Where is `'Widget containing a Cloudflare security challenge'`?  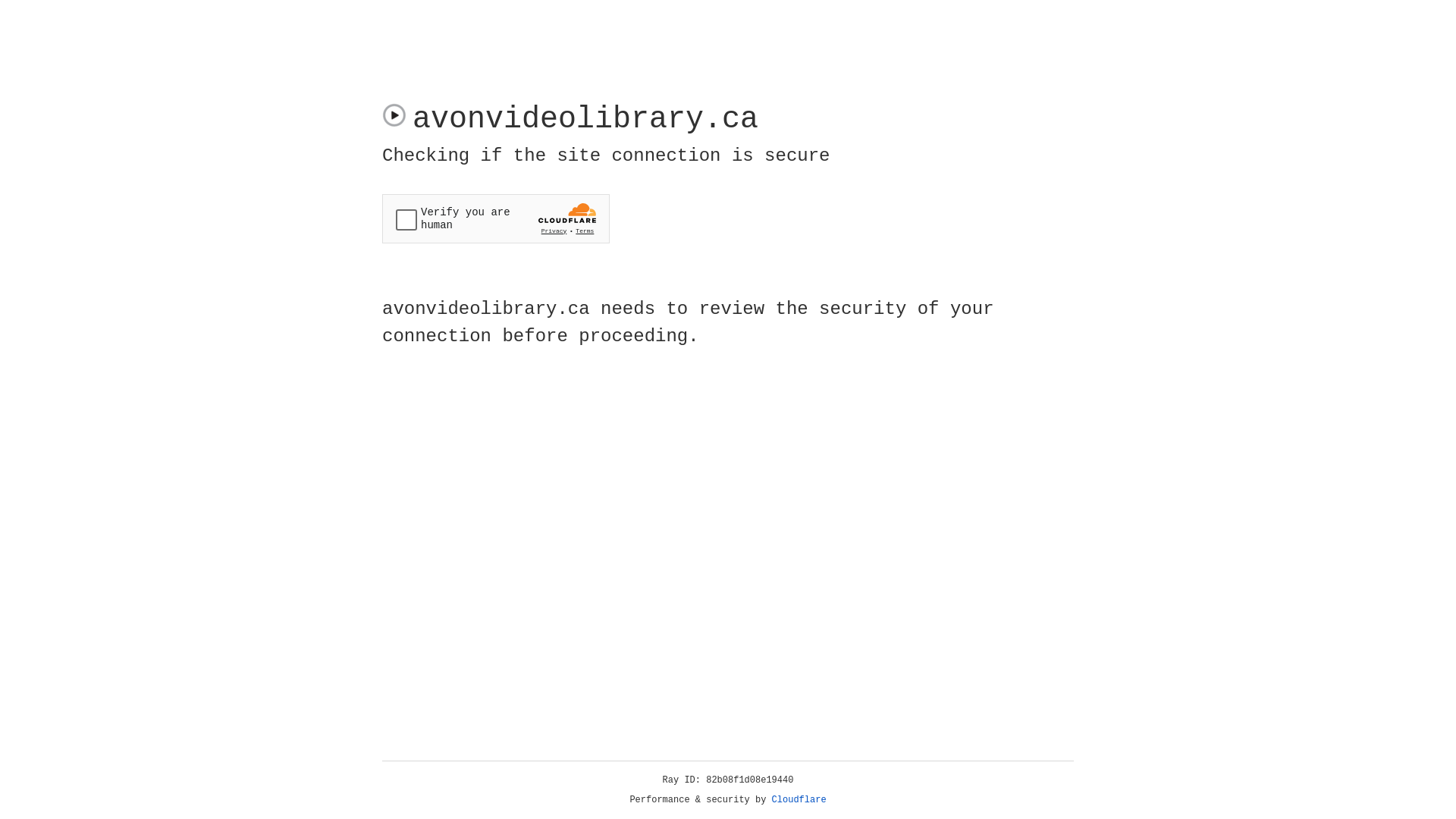 'Widget containing a Cloudflare security challenge' is located at coordinates (495, 218).